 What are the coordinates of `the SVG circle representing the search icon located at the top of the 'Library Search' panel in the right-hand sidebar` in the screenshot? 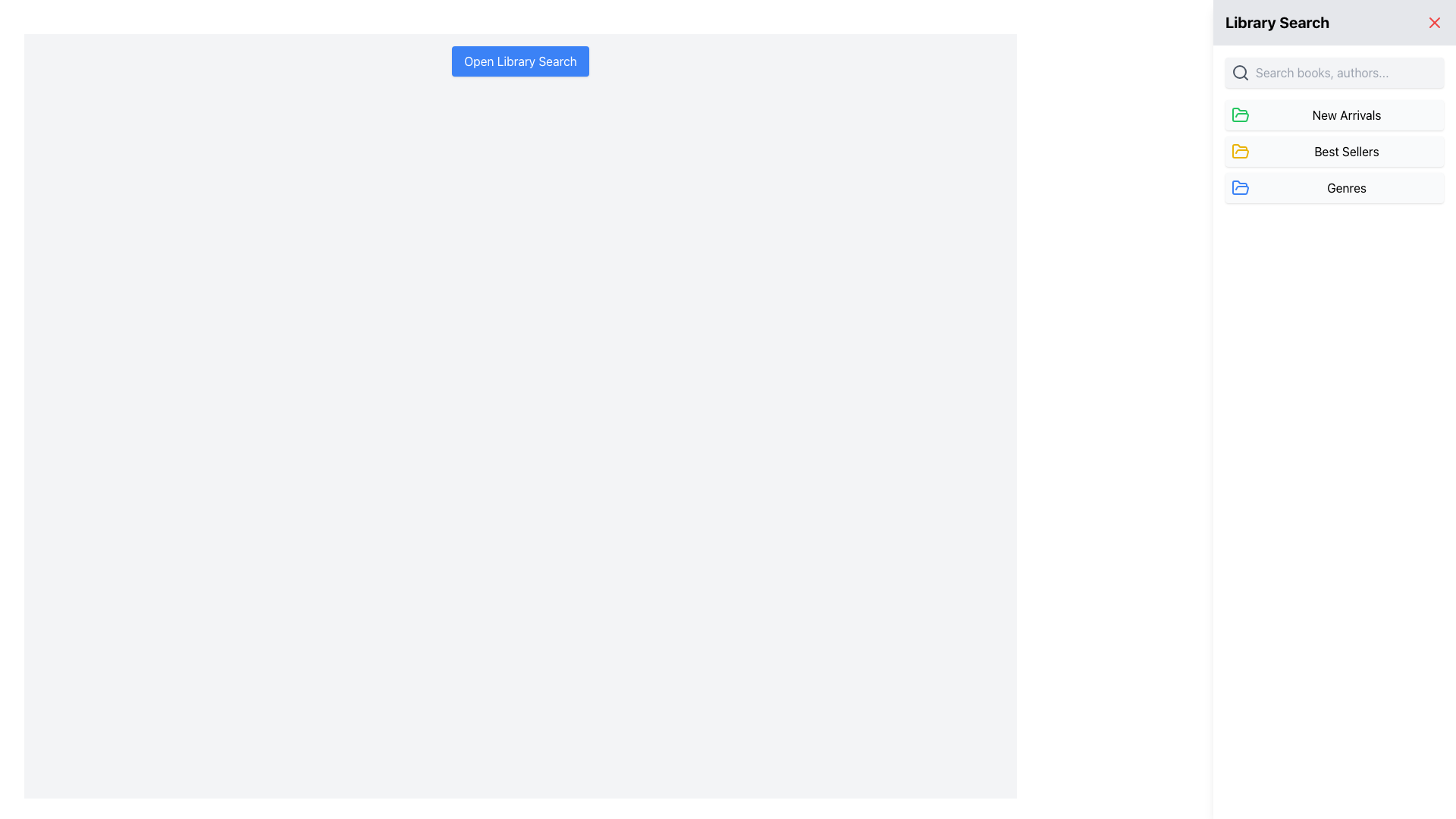 It's located at (1240, 72).